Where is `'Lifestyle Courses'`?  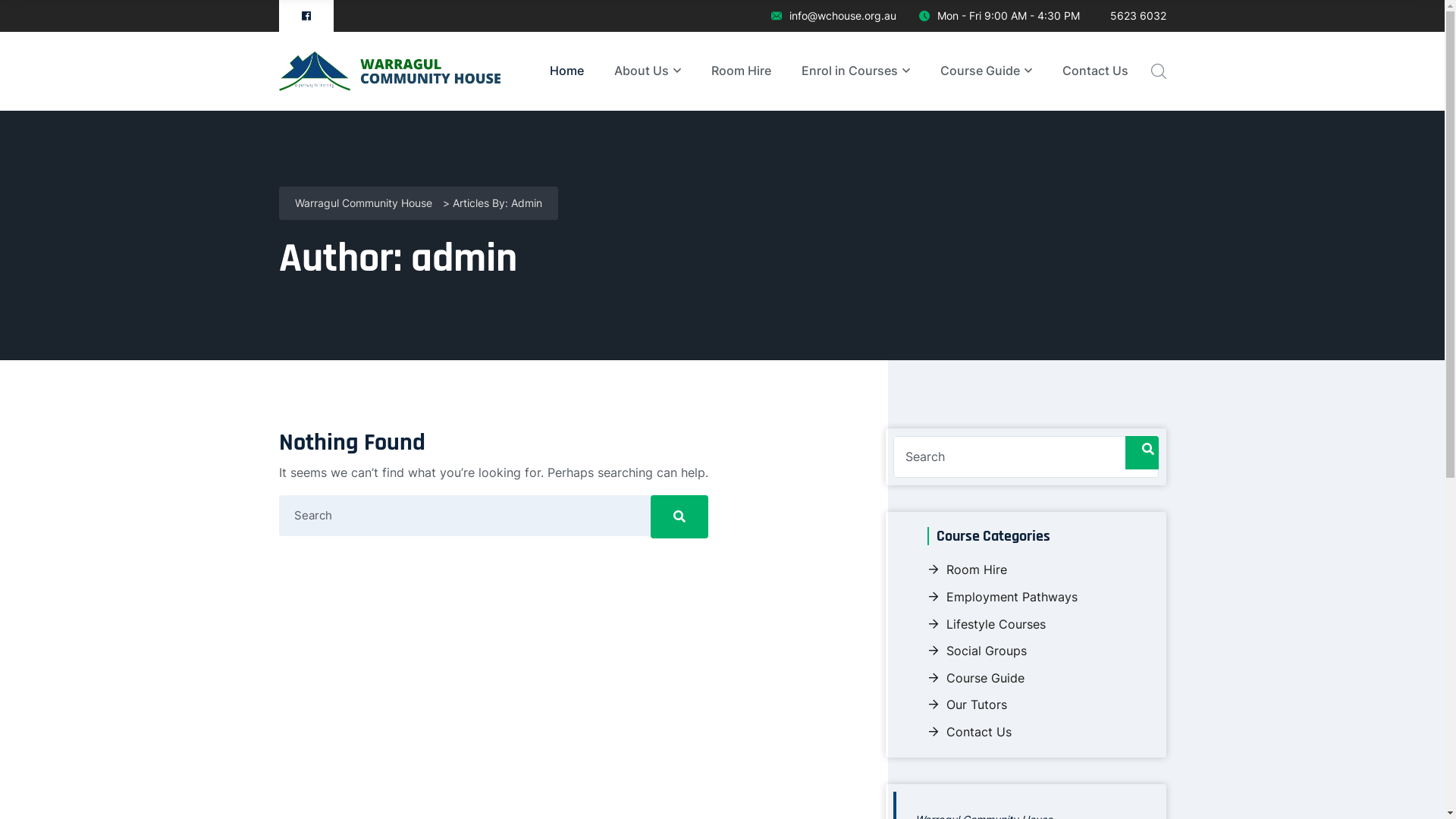
'Lifestyle Courses' is located at coordinates (926, 623).